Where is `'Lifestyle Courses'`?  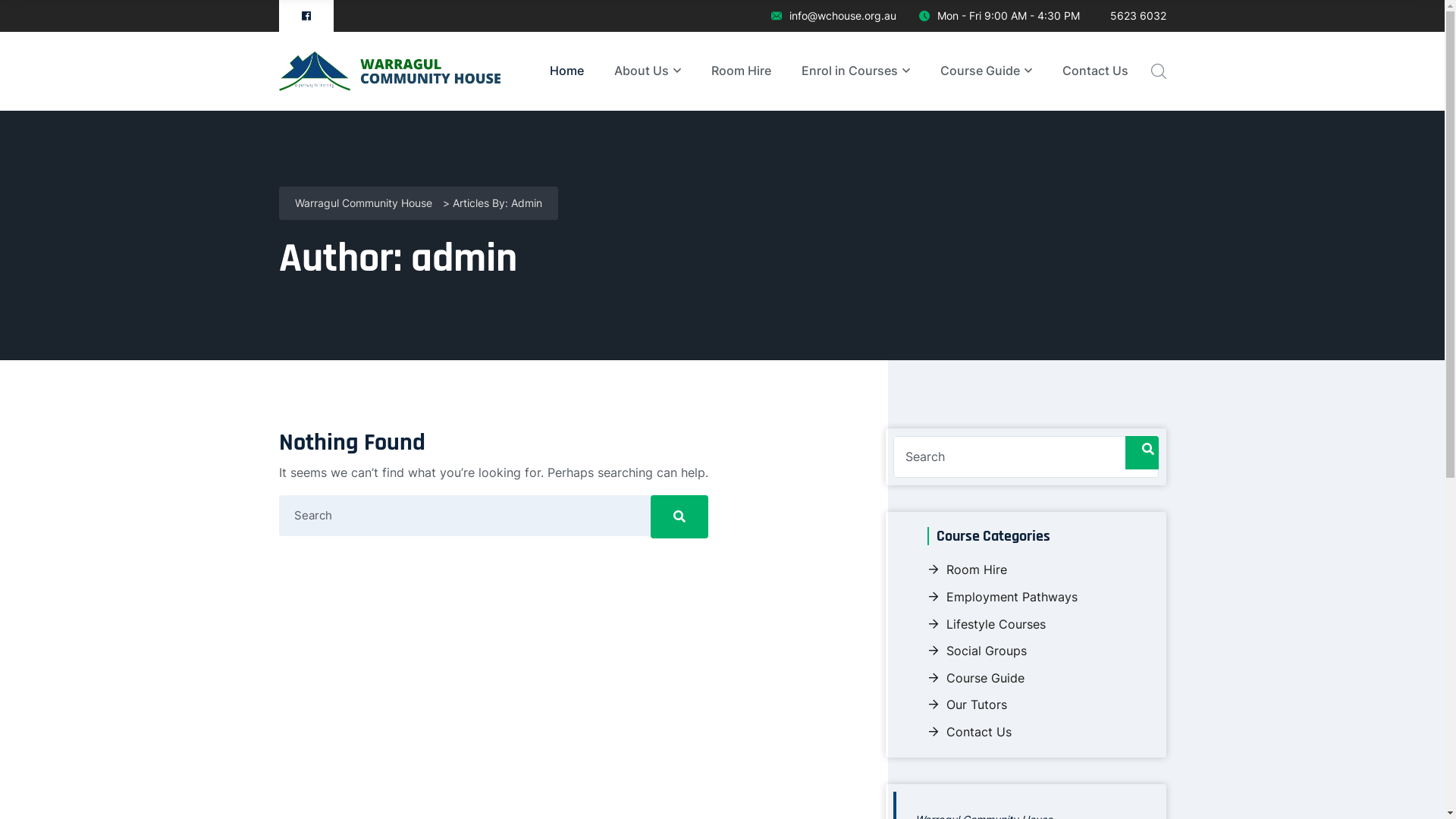
'Lifestyle Courses' is located at coordinates (926, 623).